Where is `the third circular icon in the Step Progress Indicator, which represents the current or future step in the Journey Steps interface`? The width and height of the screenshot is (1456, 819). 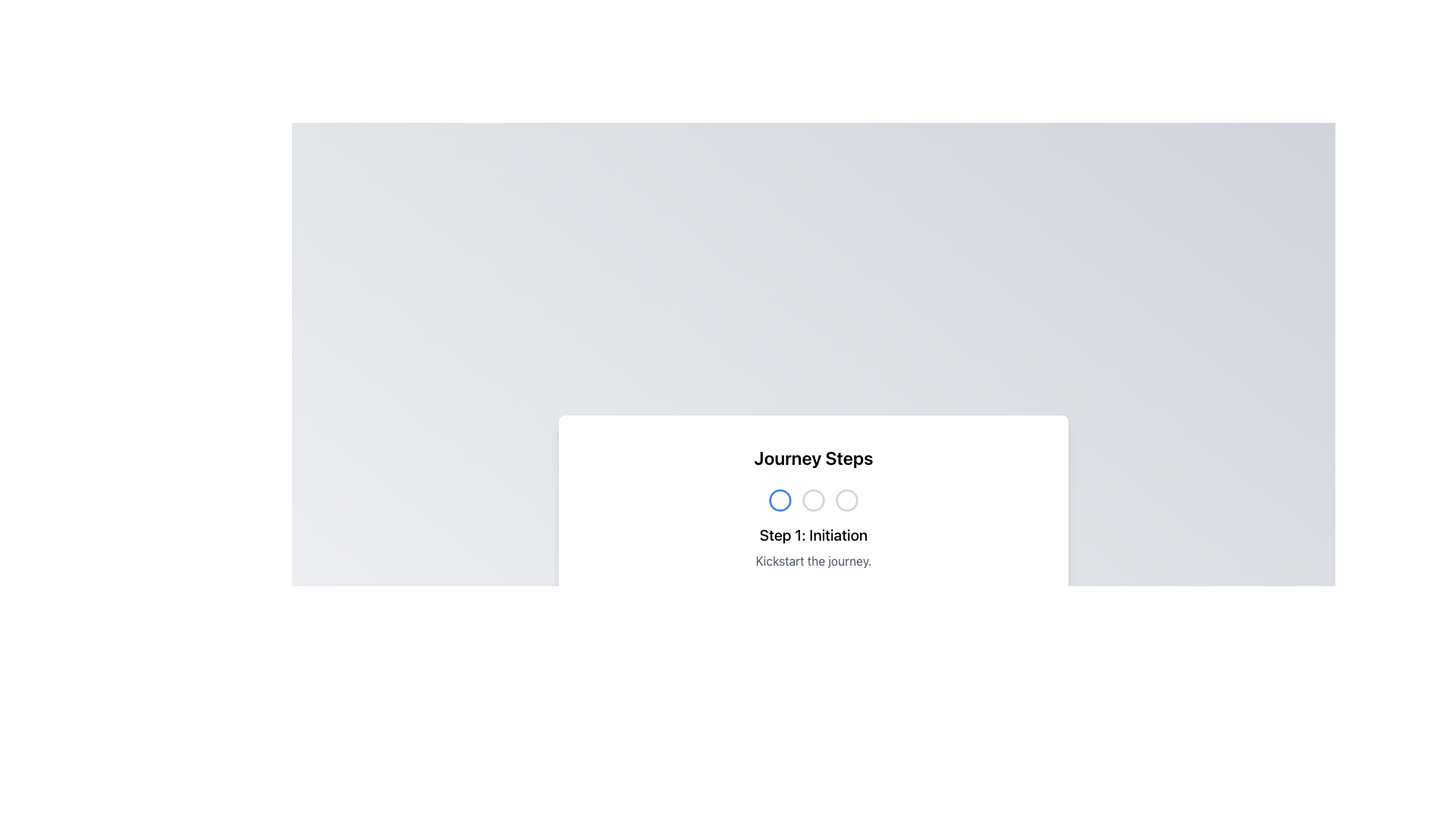 the third circular icon in the Step Progress Indicator, which represents the current or future step in the Journey Steps interface is located at coordinates (846, 500).